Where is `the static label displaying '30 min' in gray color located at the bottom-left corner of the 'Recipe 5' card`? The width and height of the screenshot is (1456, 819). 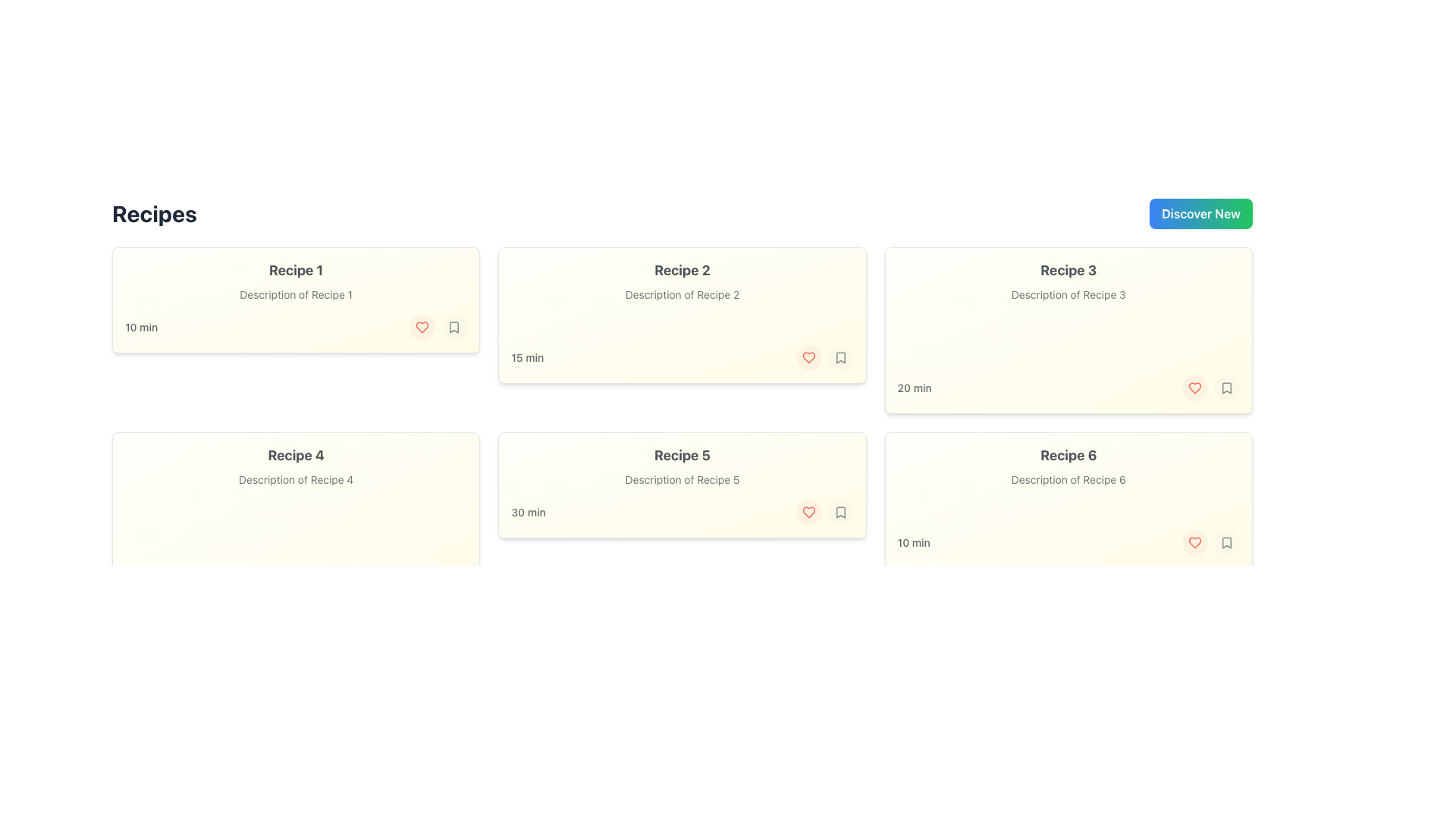 the static label displaying '30 min' in gray color located at the bottom-left corner of the 'Recipe 5' card is located at coordinates (528, 512).